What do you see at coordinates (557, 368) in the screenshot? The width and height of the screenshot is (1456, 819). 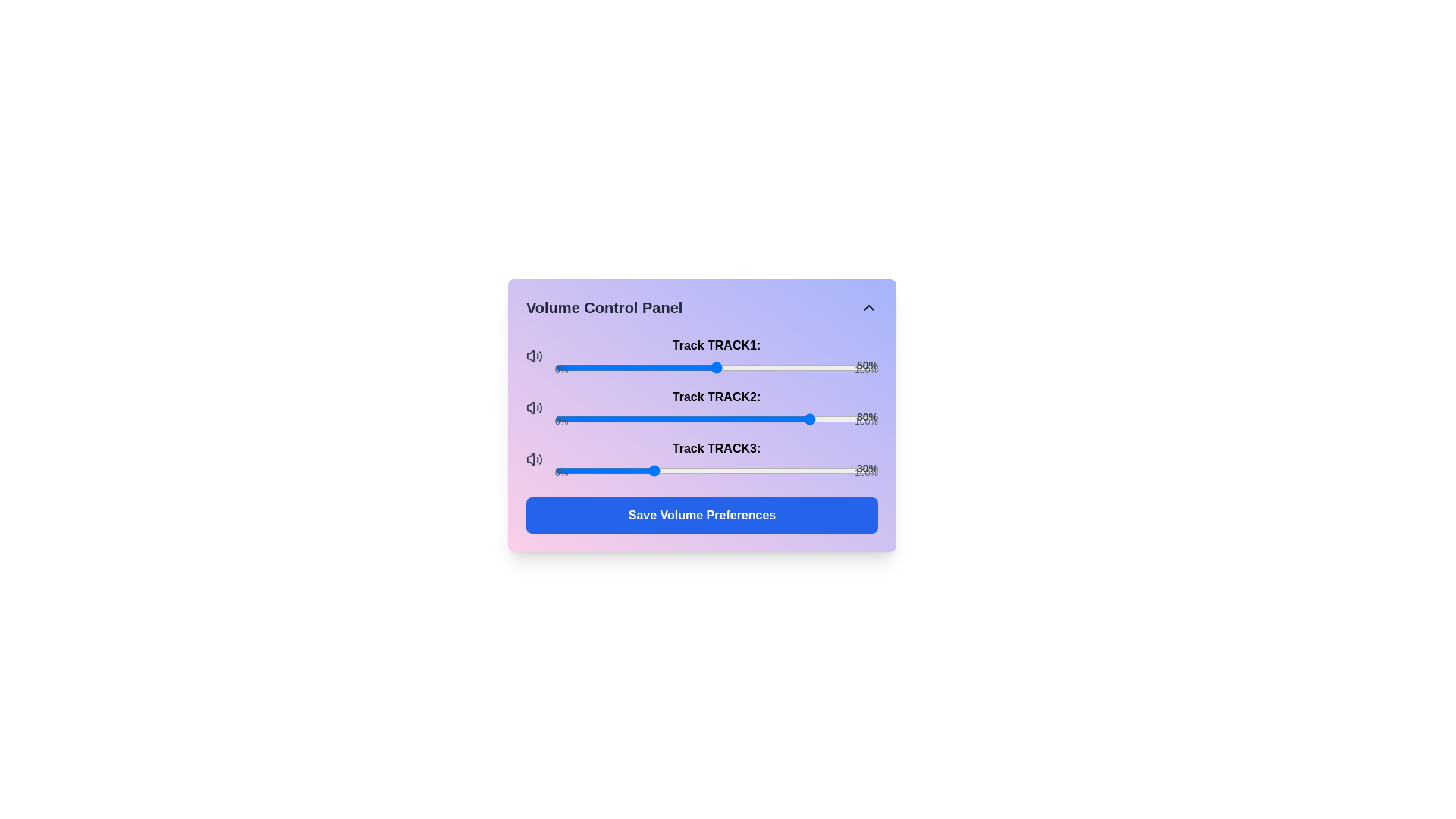 I see `the volume of 'Track TRACK1'` at bounding box center [557, 368].